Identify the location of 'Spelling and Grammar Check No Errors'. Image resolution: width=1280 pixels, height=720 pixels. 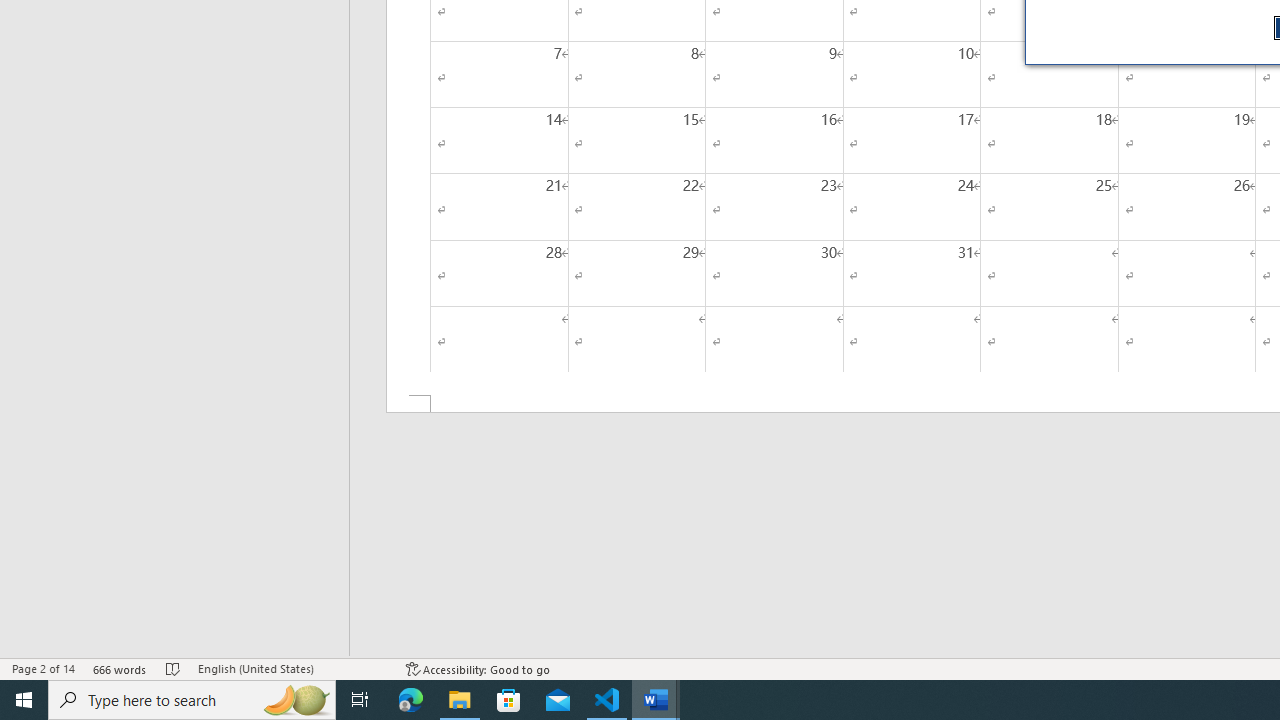
(173, 669).